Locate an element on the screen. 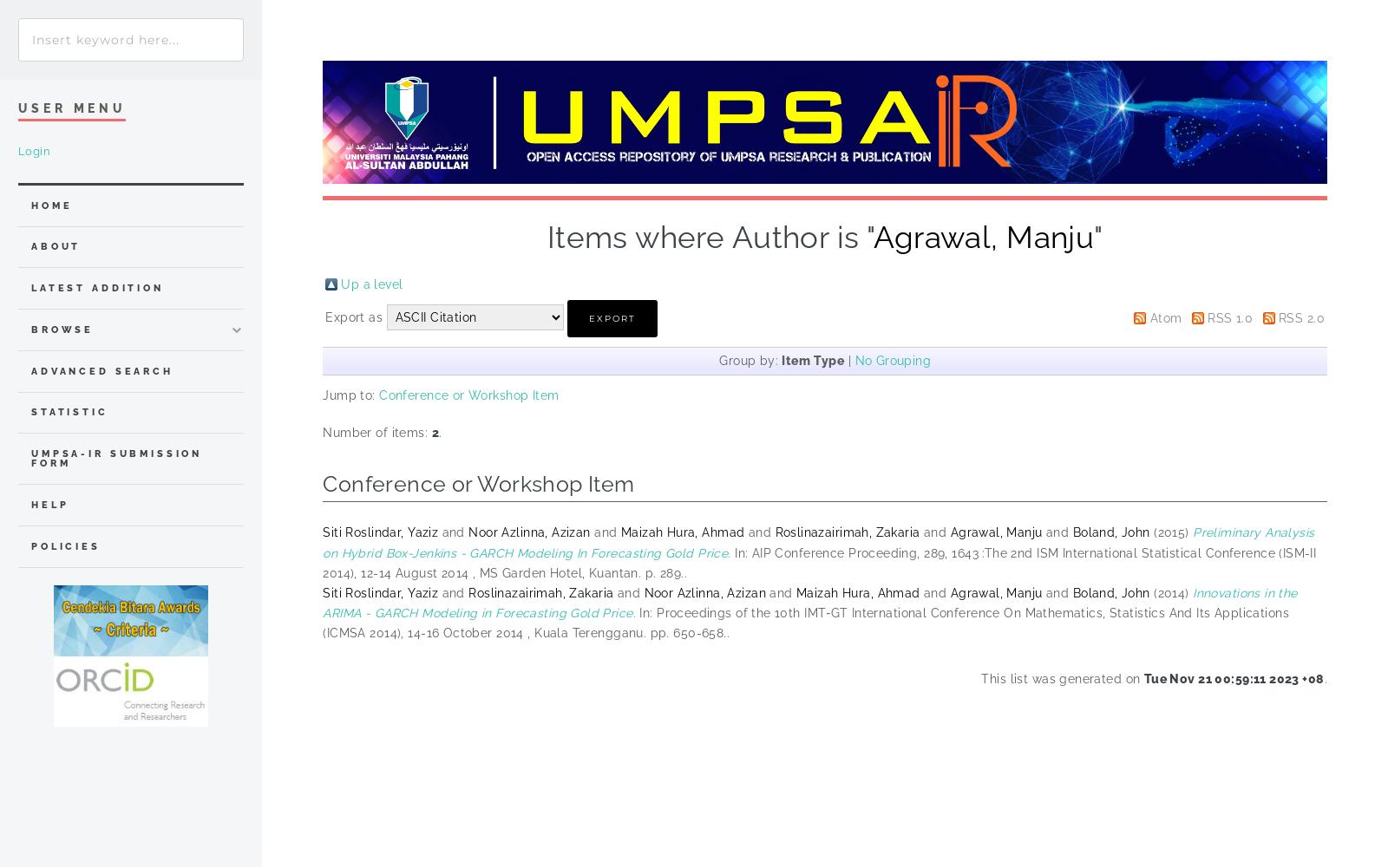 The width and height of the screenshot is (1388, 868). 'RSS 2.0' is located at coordinates (1301, 316).